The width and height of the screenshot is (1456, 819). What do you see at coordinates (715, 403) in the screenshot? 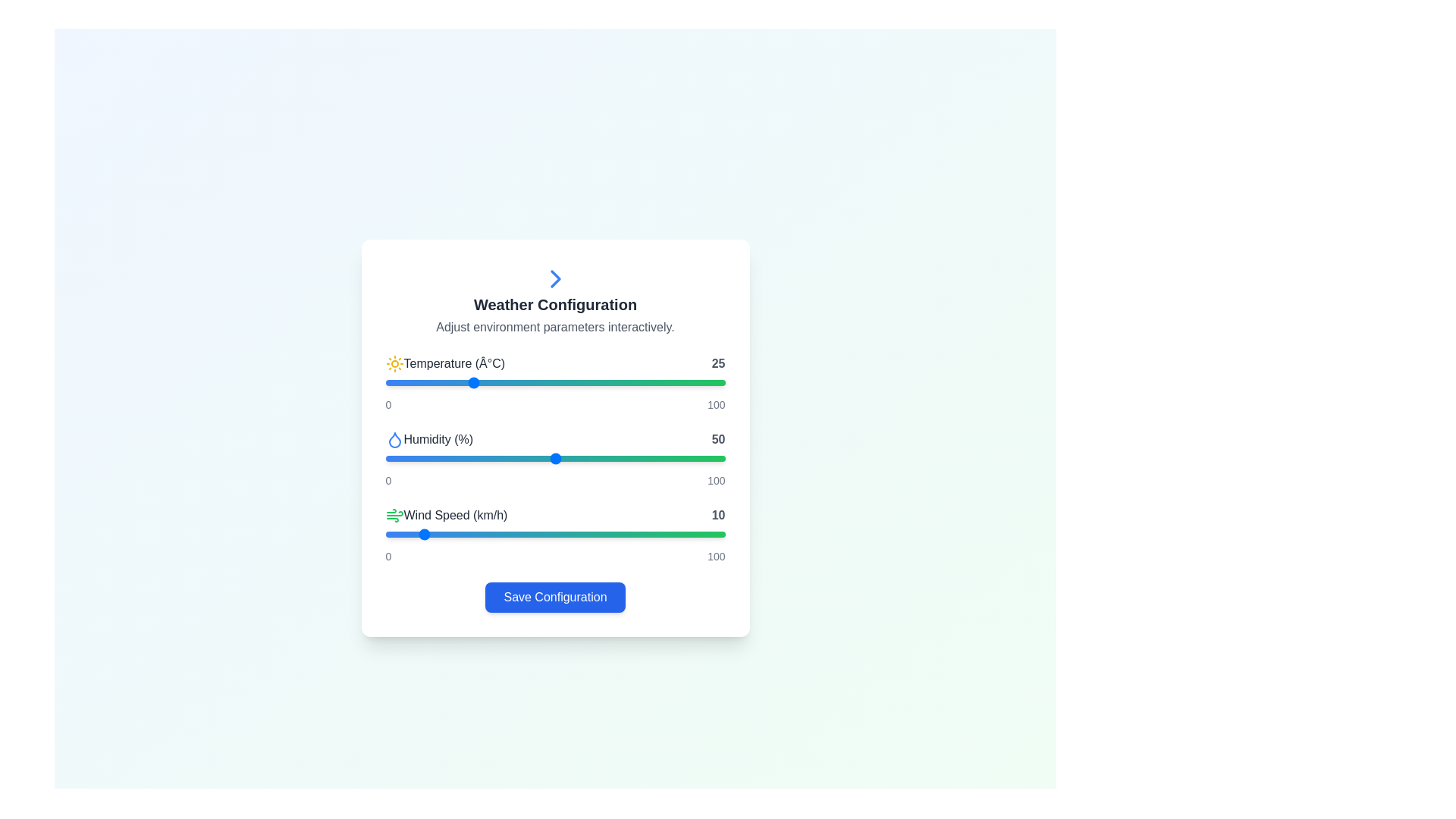
I see `the numeric indicator displaying '100' which is aligned to the far right of the 'Humidity (%)' slider bar, positioned at the top of the slider interface` at bounding box center [715, 403].